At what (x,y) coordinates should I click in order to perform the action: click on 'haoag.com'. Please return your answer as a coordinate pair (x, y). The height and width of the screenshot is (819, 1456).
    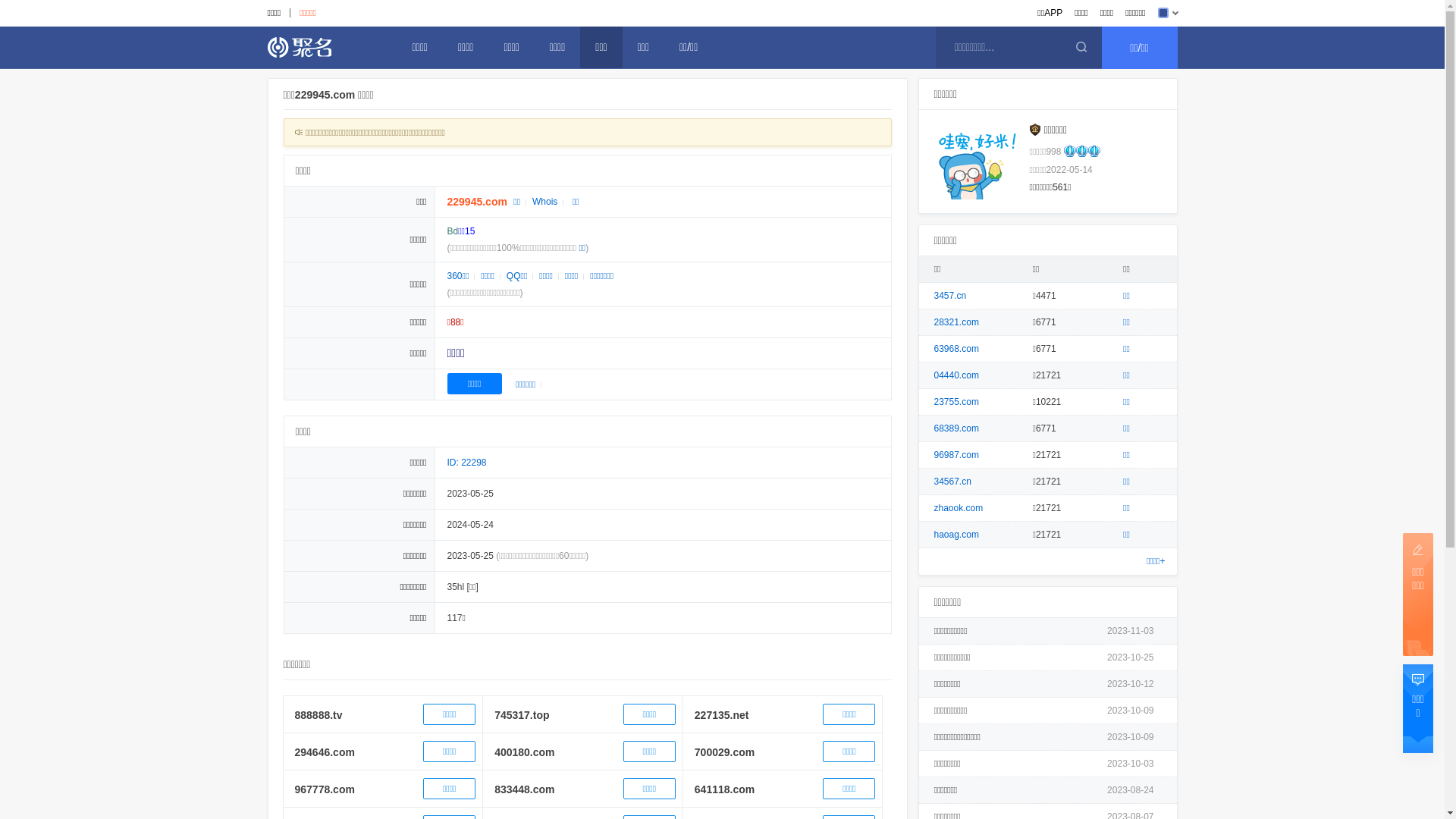
    Looking at the image, I should click on (934, 534).